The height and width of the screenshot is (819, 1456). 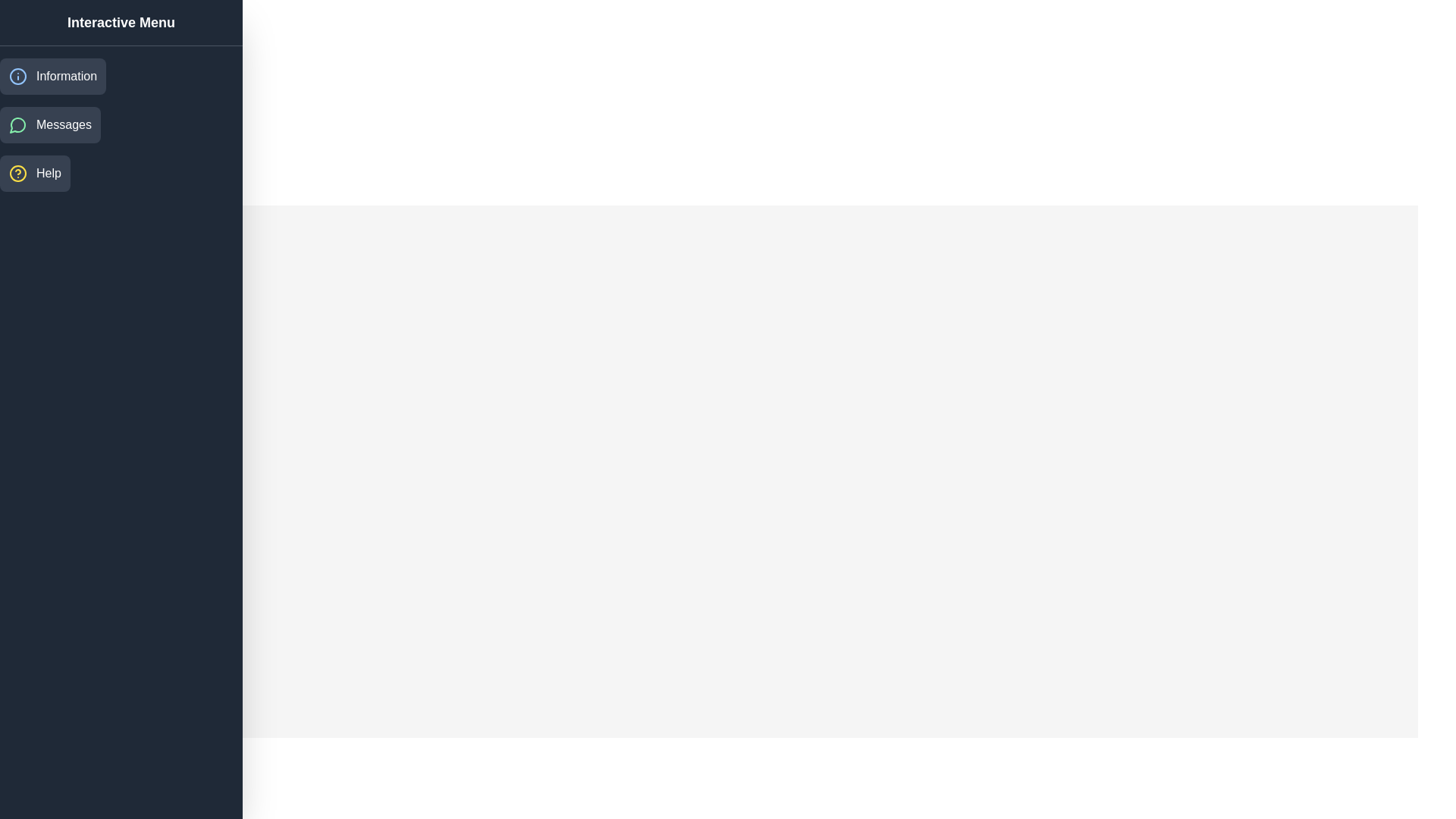 What do you see at coordinates (49, 172) in the screenshot?
I see `the 'Help' text label in the sidebar menu` at bounding box center [49, 172].